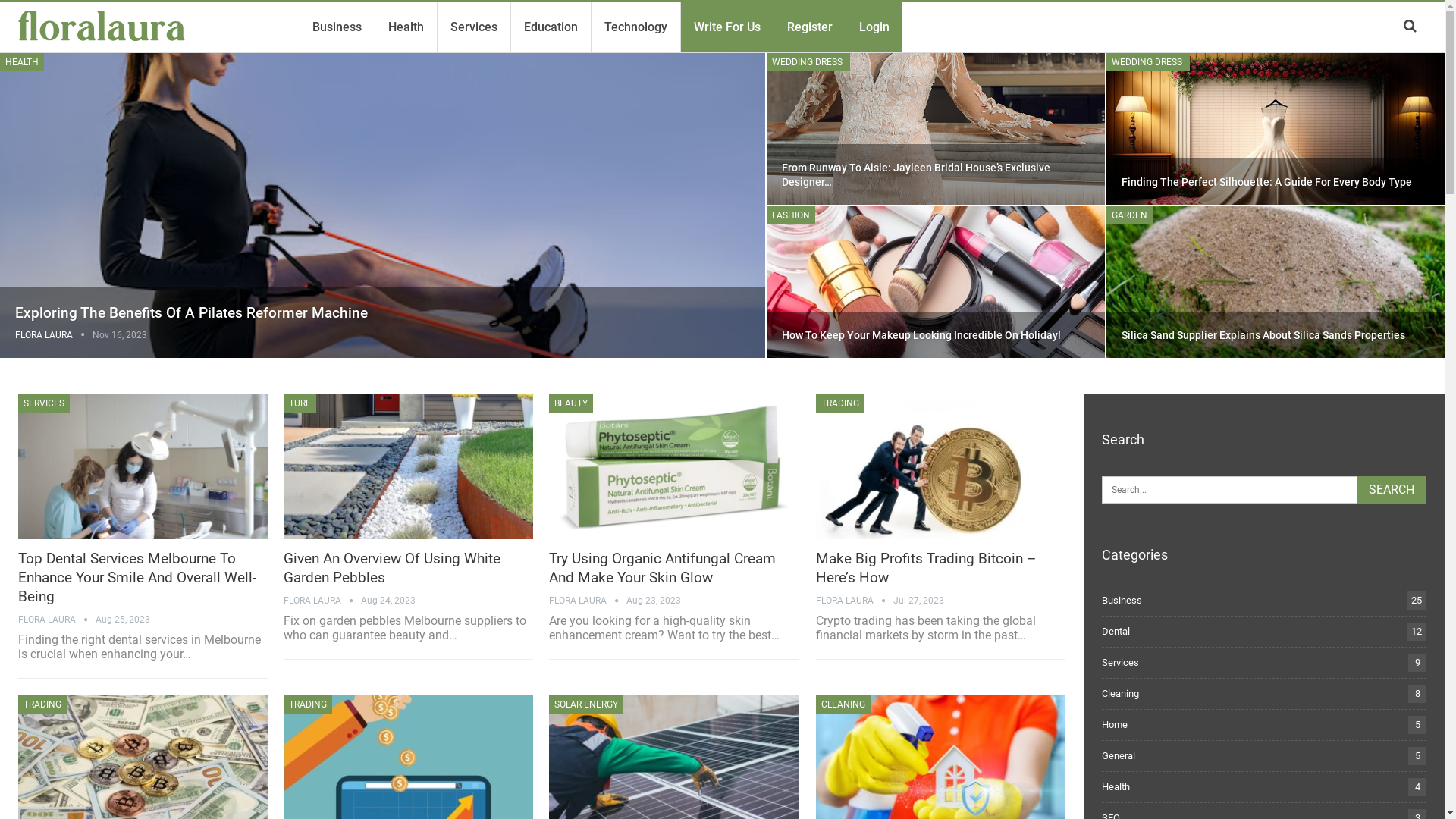 Image resolution: width=1456 pixels, height=819 pixels. I want to click on 'Search', so click(1357, 489).